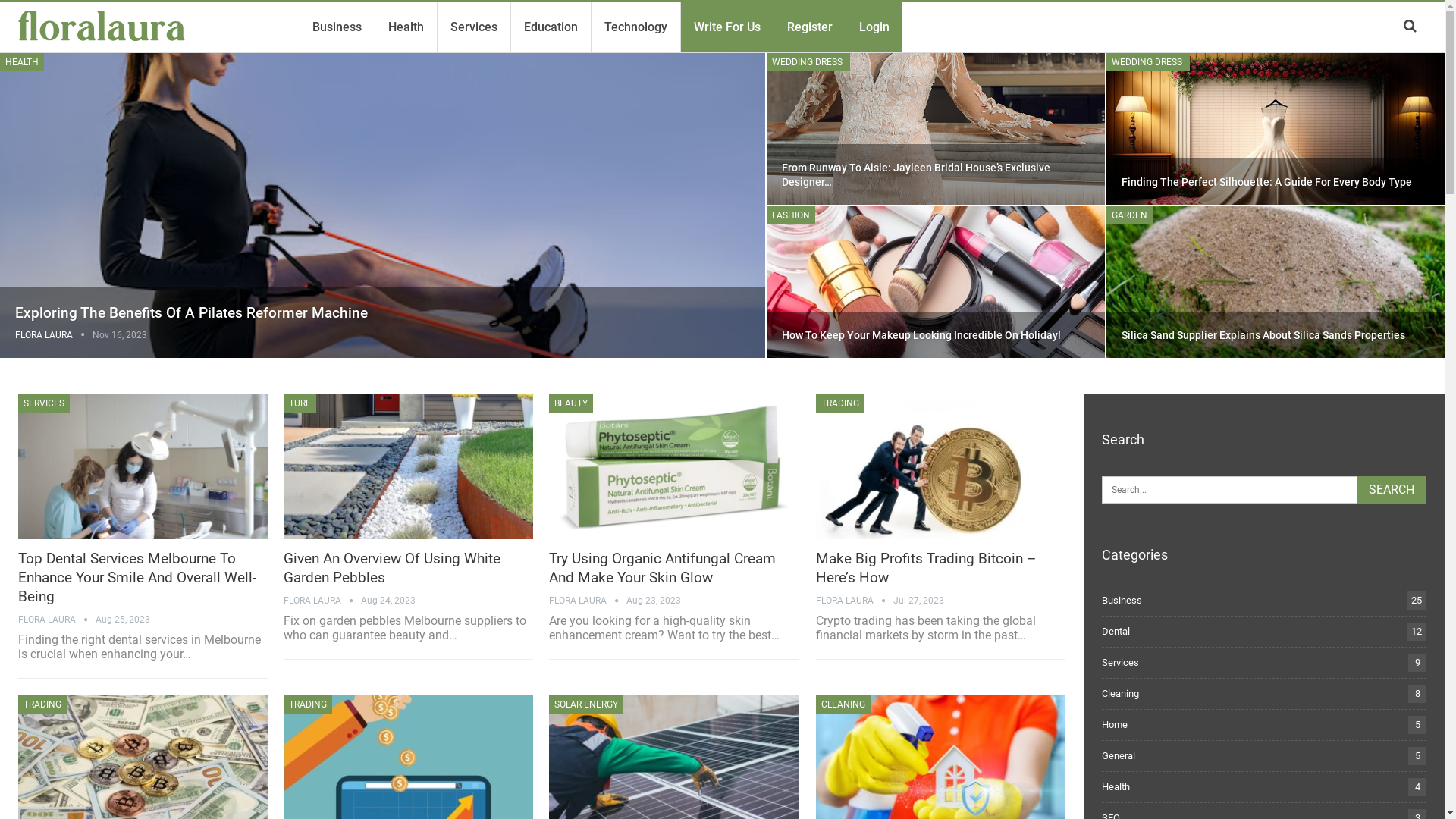 Image resolution: width=1456 pixels, height=819 pixels. I want to click on 'Search', so click(1357, 489).